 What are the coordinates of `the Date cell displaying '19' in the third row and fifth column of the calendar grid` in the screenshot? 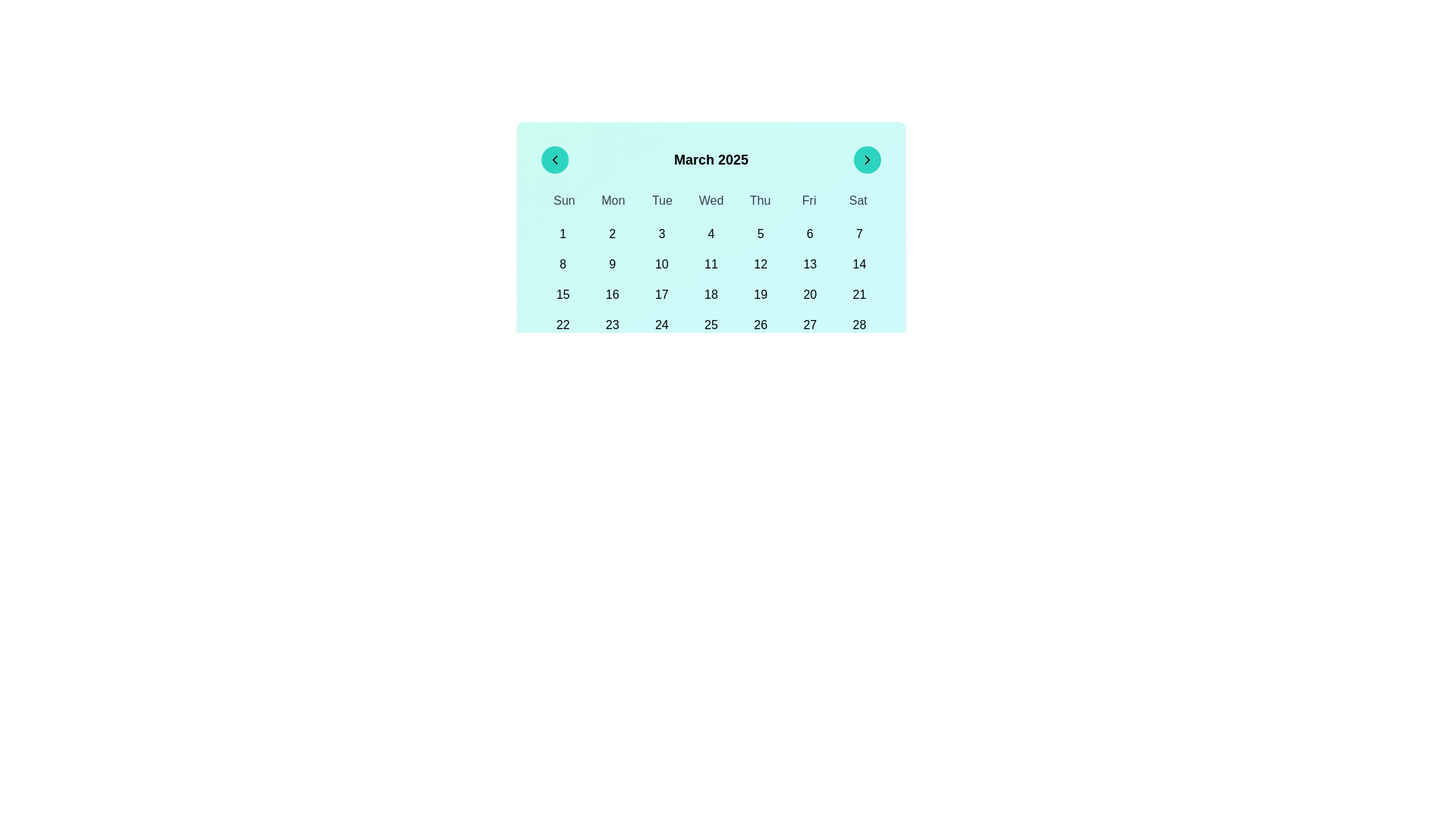 It's located at (761, 295).